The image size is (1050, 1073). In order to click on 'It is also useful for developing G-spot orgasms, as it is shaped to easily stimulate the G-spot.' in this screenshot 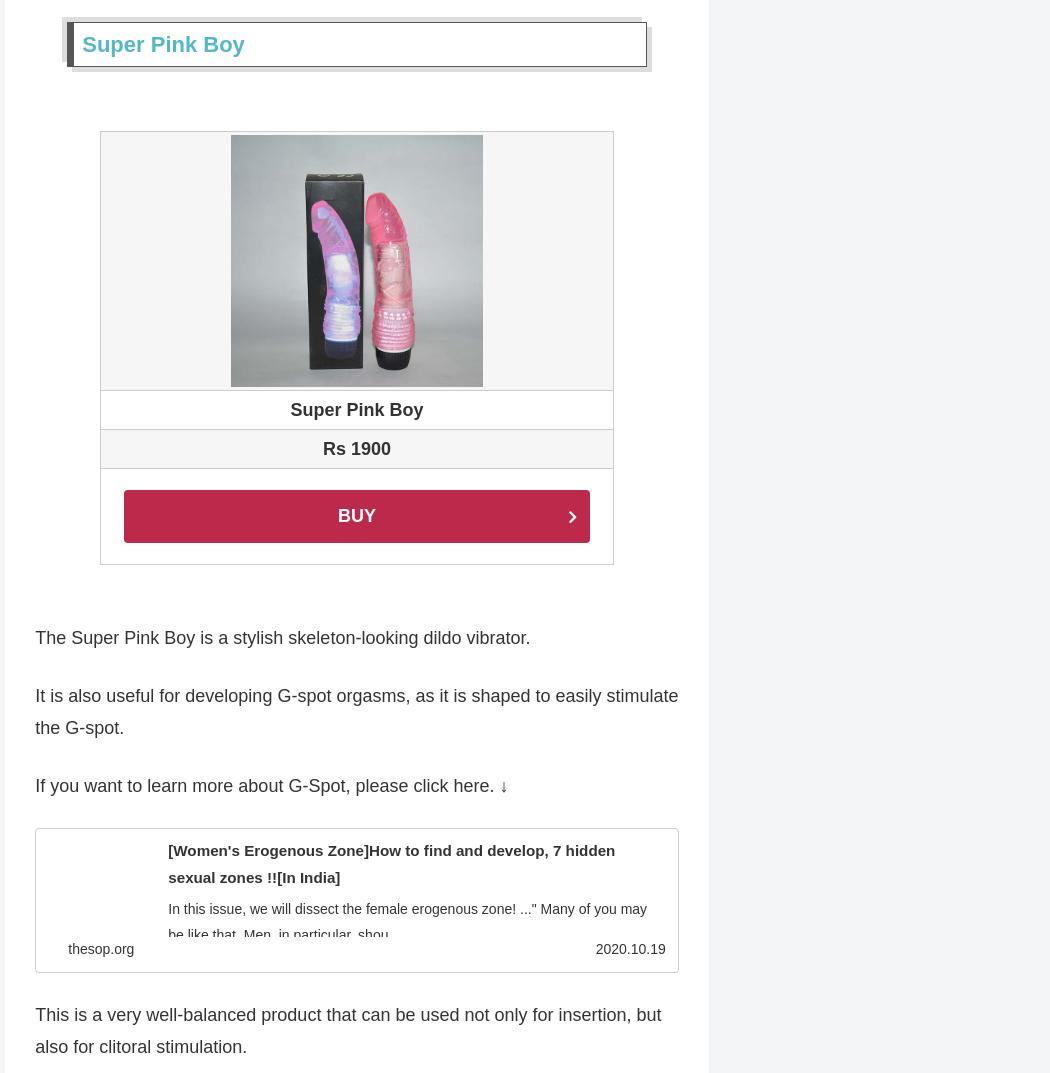, I will do `click(355, 713)`.